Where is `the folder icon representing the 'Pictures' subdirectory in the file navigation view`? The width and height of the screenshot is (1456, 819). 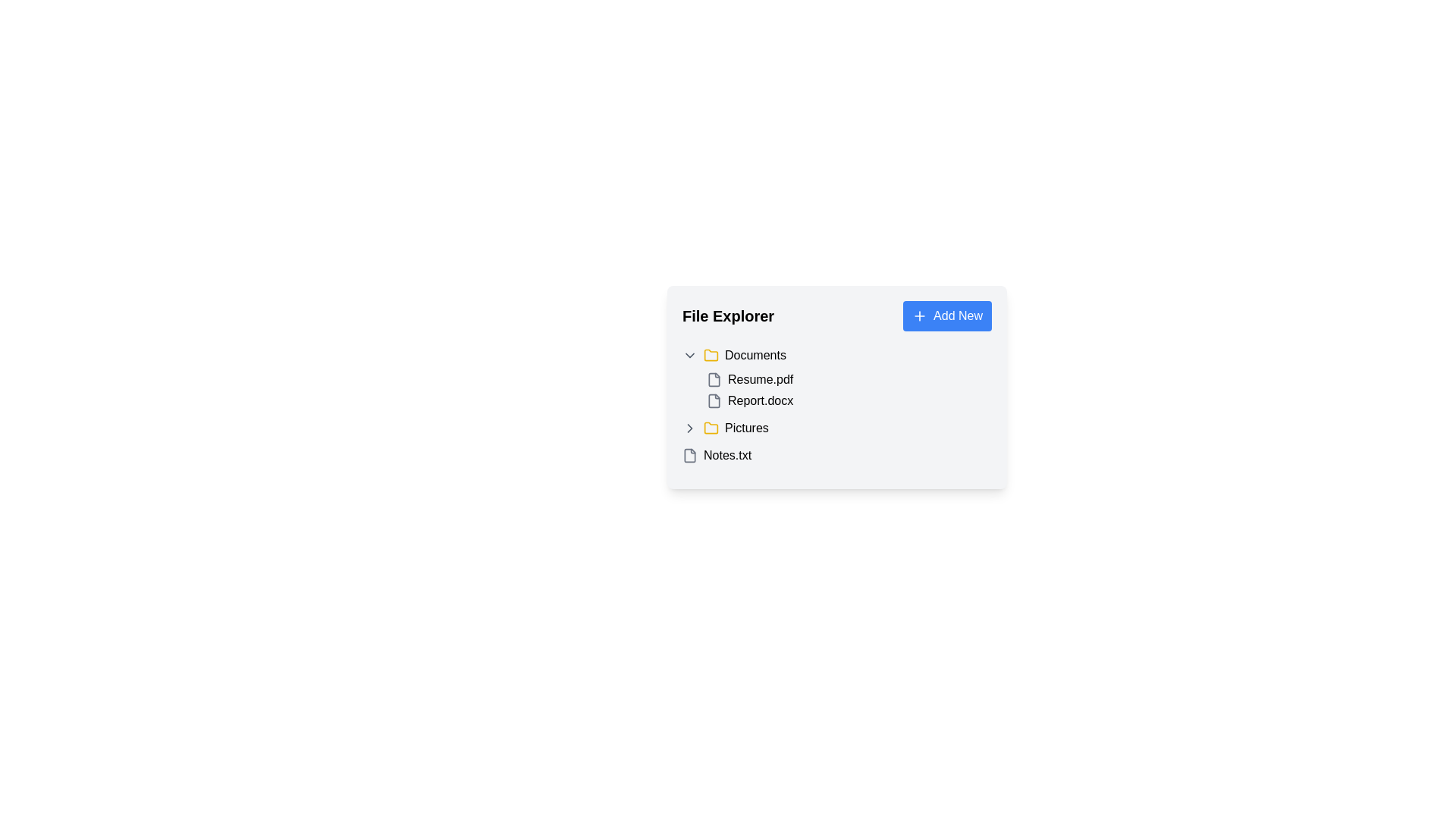
the folder icon representing the 'Pictures' subdirectory in the file navigation view is located at coordinates (710, 427).